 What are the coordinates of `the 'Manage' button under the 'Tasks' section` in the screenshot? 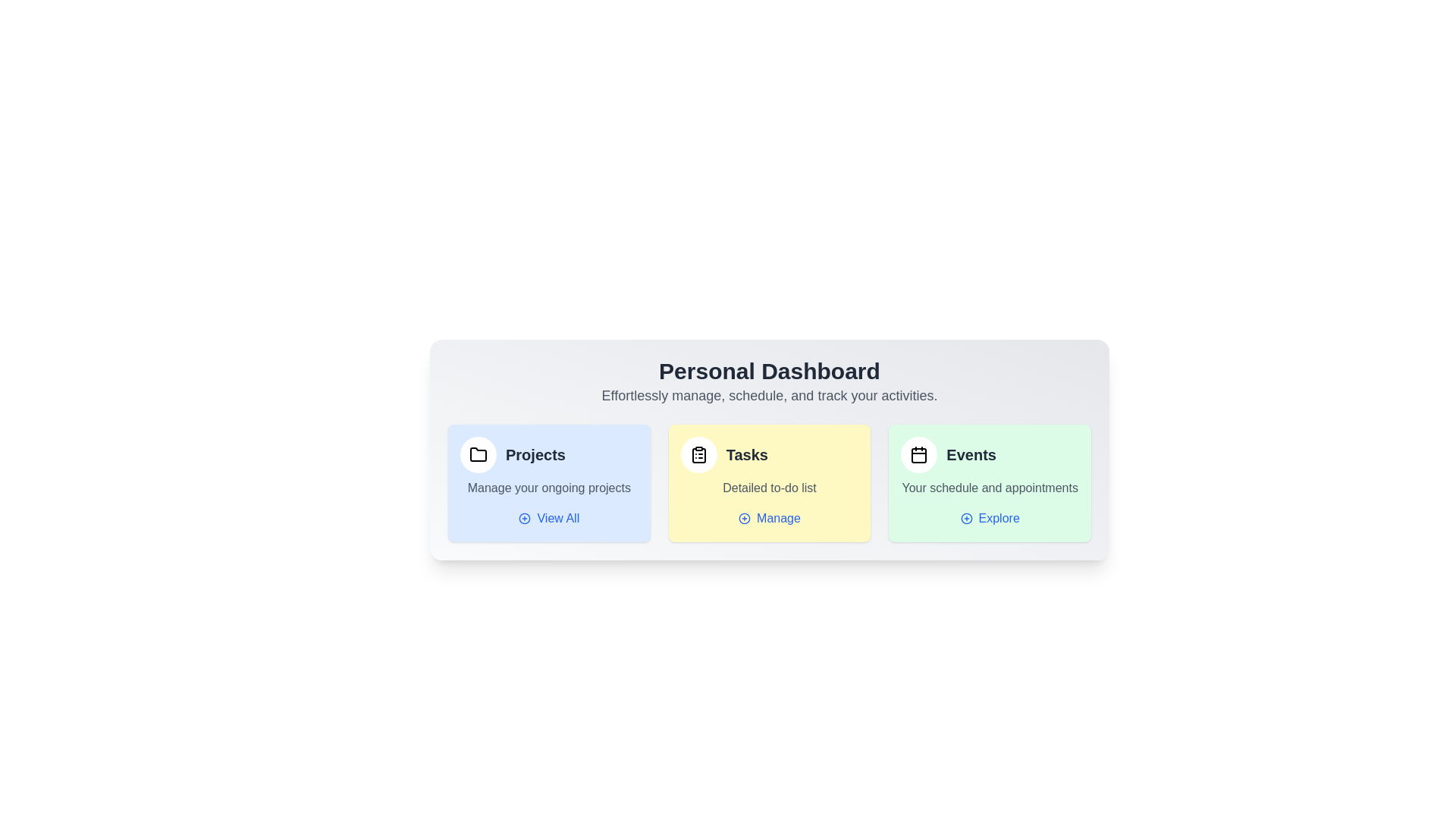 It's located at (769, 517).